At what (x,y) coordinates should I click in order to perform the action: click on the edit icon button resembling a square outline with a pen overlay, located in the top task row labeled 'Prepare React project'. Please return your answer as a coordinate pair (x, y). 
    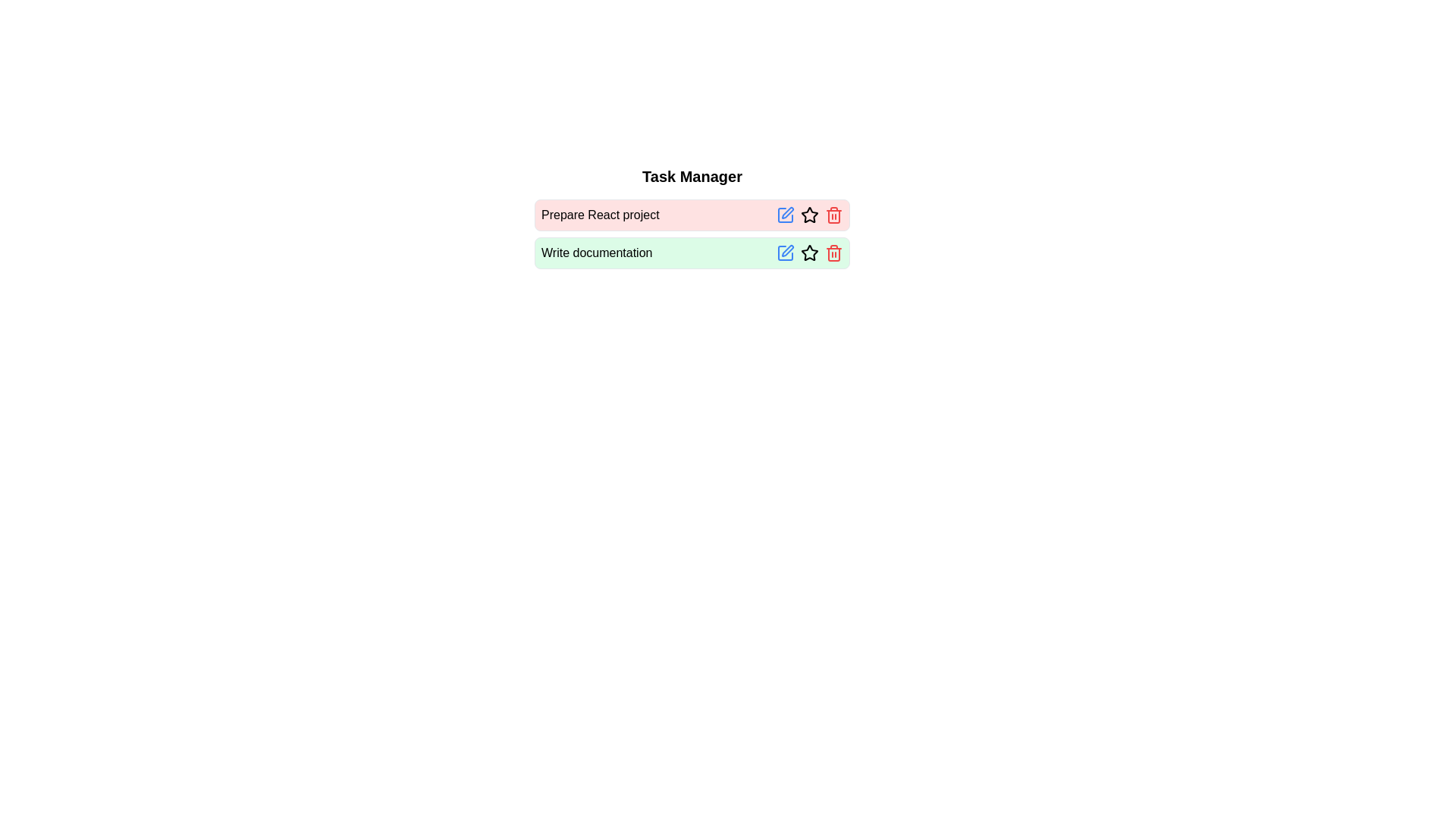
    Looking at the image, I should click on (786, 215).